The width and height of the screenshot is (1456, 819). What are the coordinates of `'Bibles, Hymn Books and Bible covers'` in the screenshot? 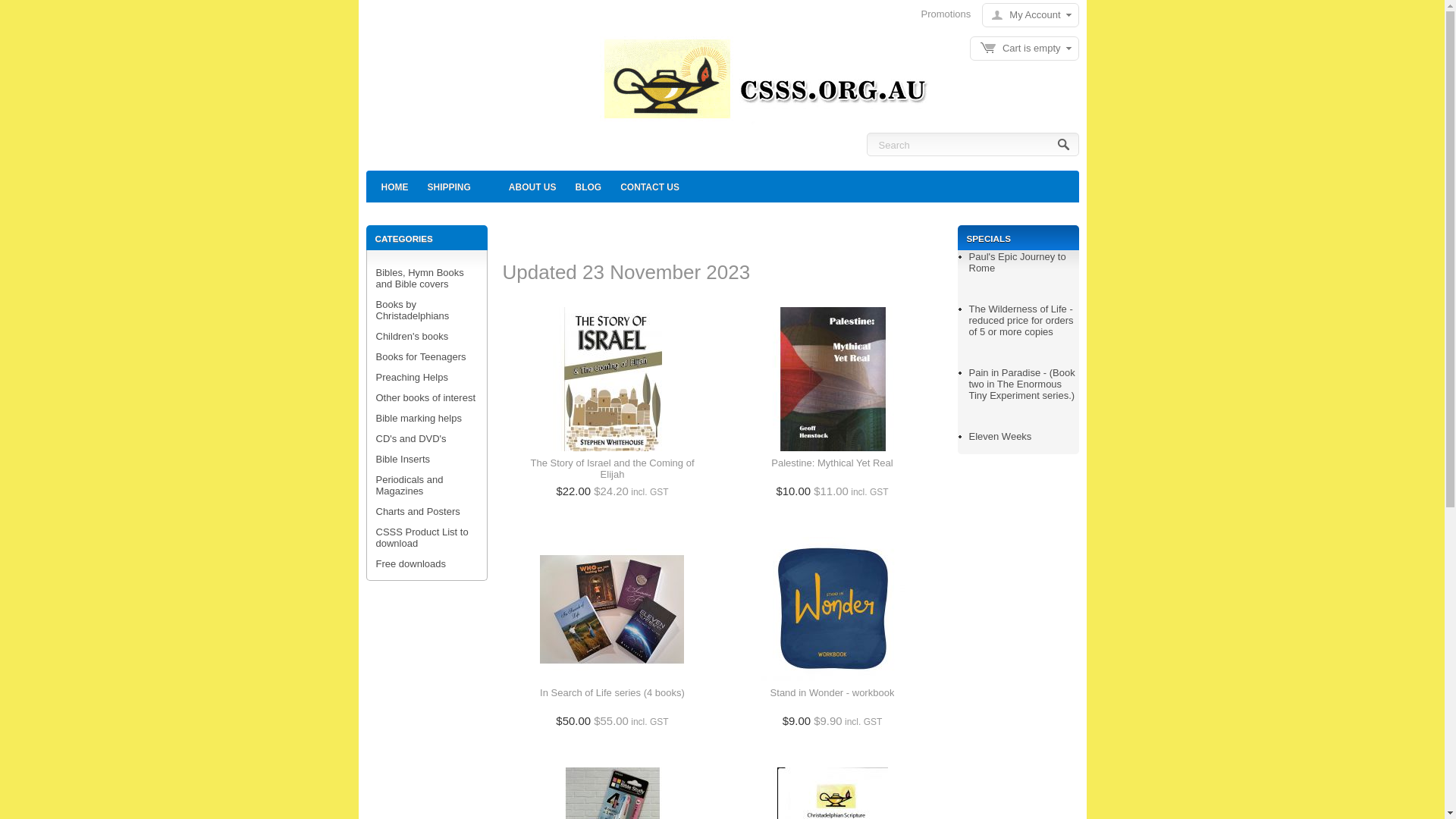 It's located at (419, 278).